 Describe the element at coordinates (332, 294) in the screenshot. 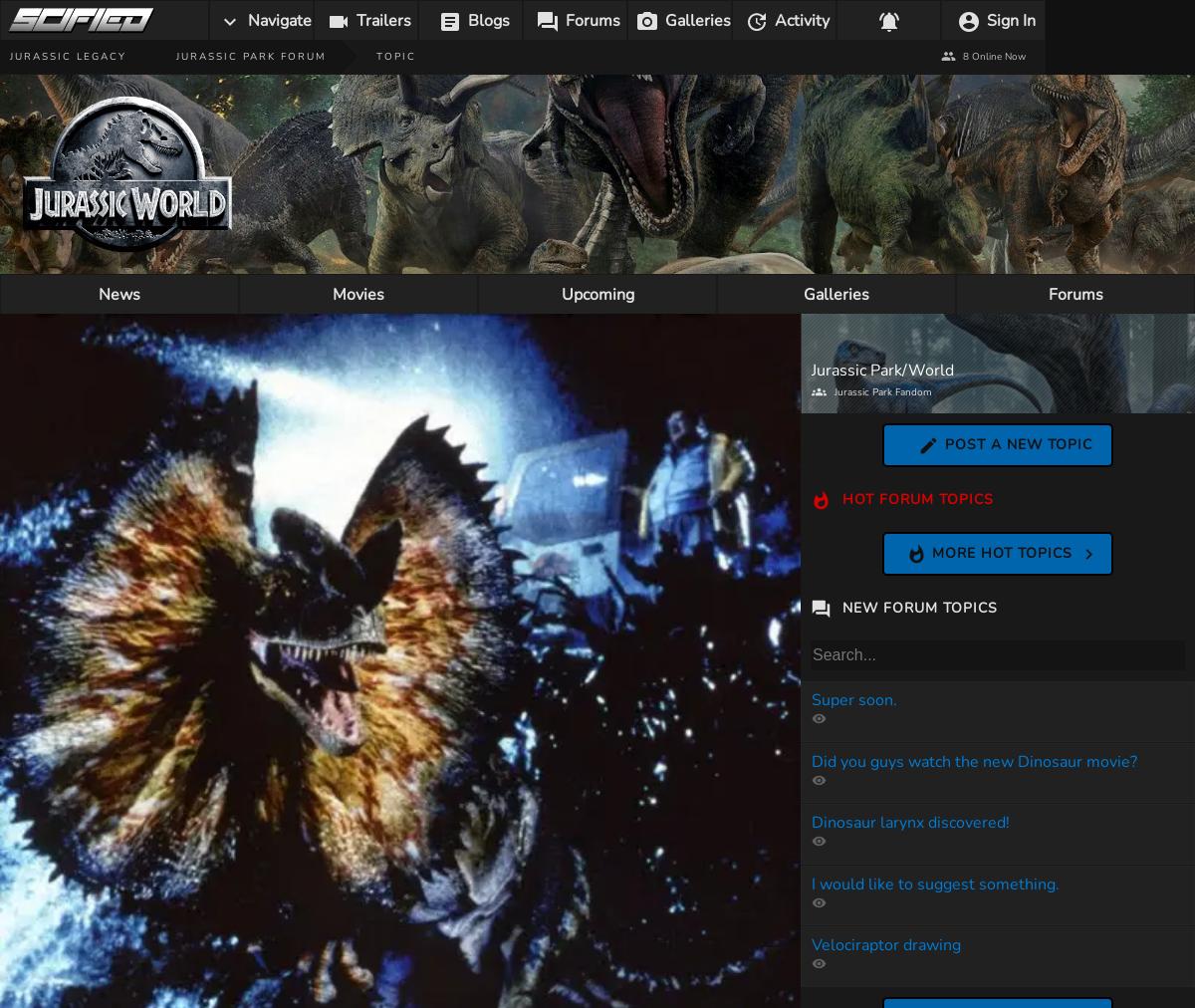

I see `'Movies'` at that location.